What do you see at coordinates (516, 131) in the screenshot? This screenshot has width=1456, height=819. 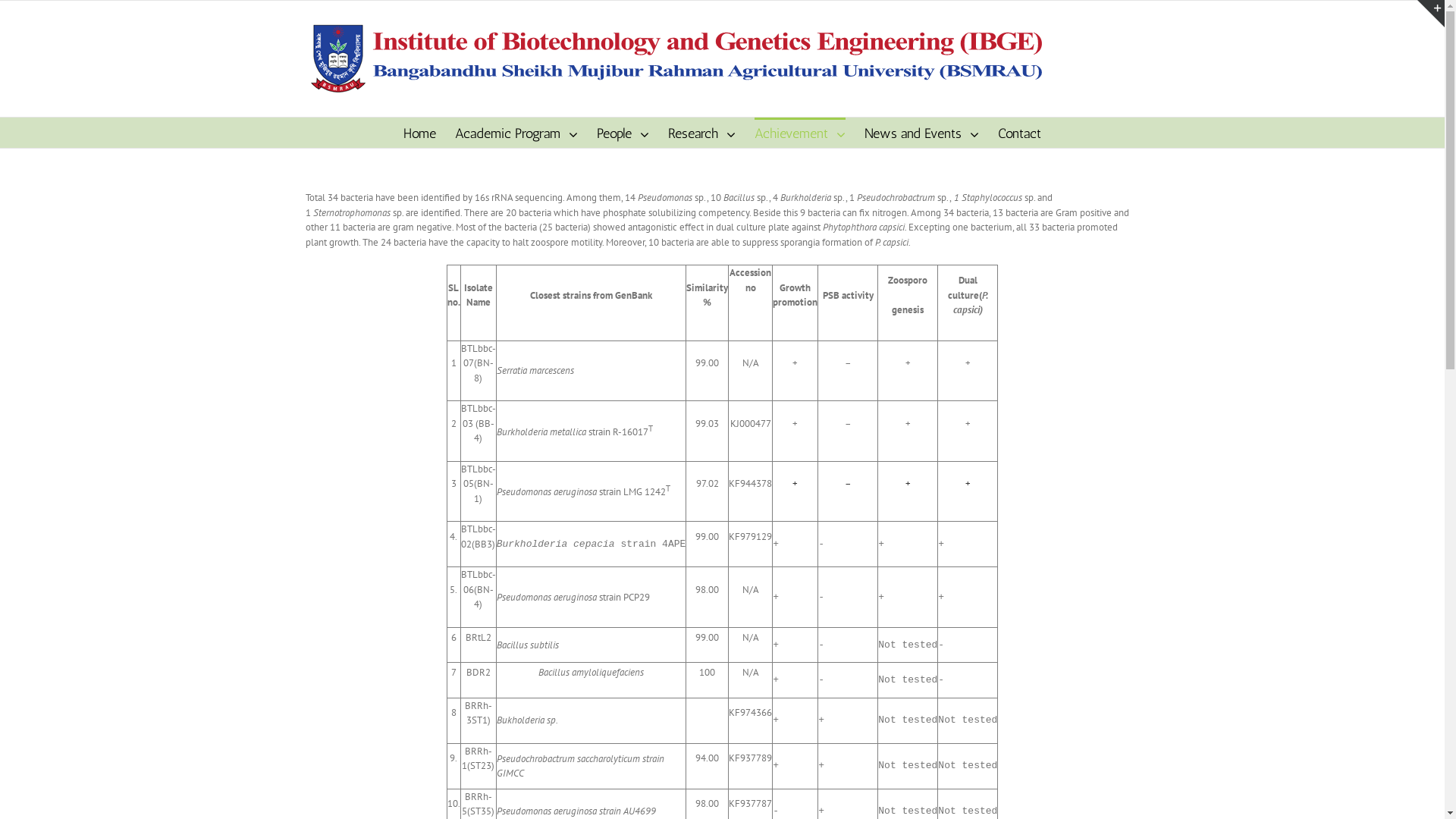 I see `'Academic Program'` at bounding box center [516, 131].